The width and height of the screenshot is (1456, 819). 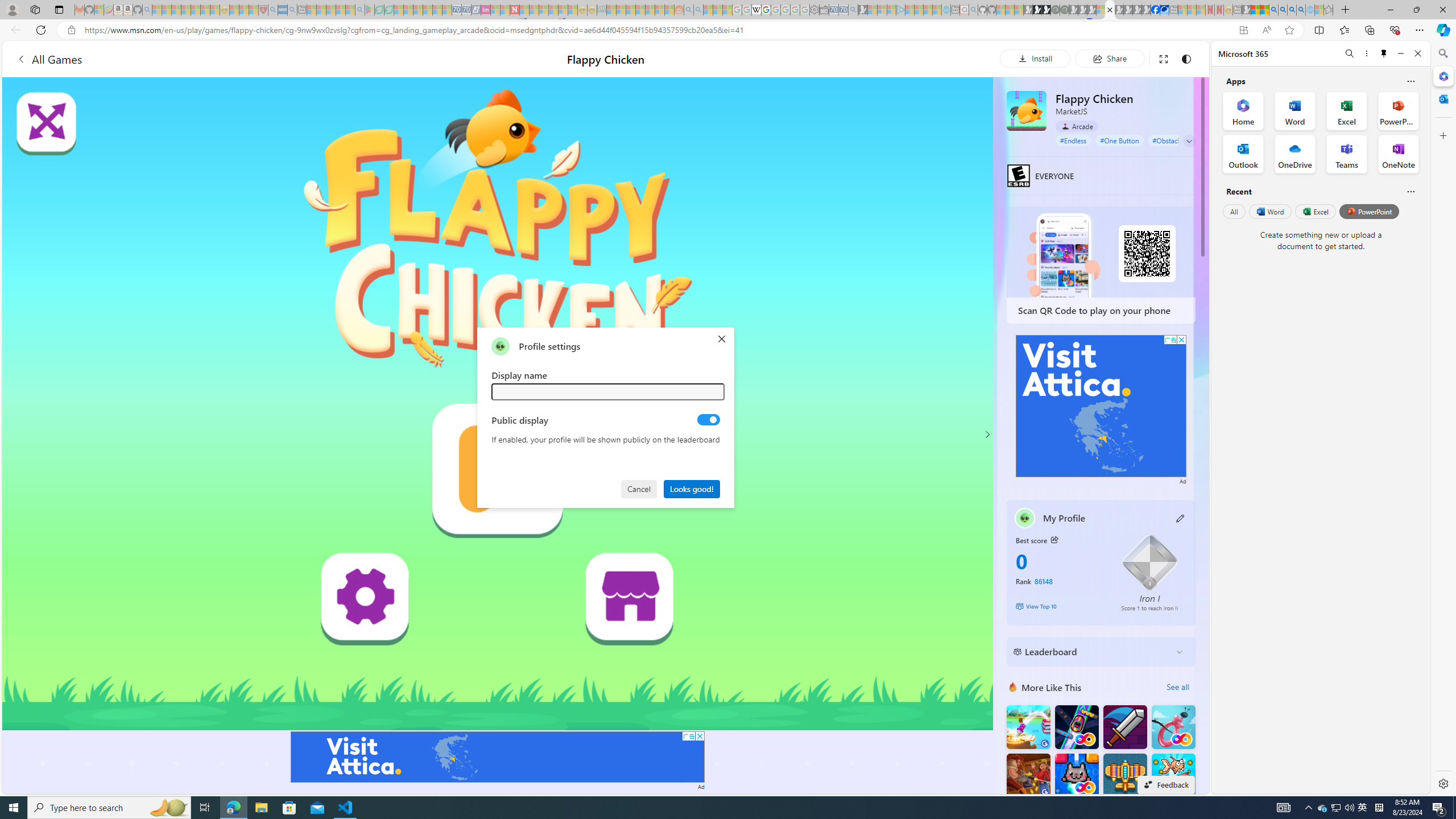 What do you see at coordinates (1272, 9) in the screenshot?
I see `'Bing AI - Search'` at bounding box center [1272, 9].